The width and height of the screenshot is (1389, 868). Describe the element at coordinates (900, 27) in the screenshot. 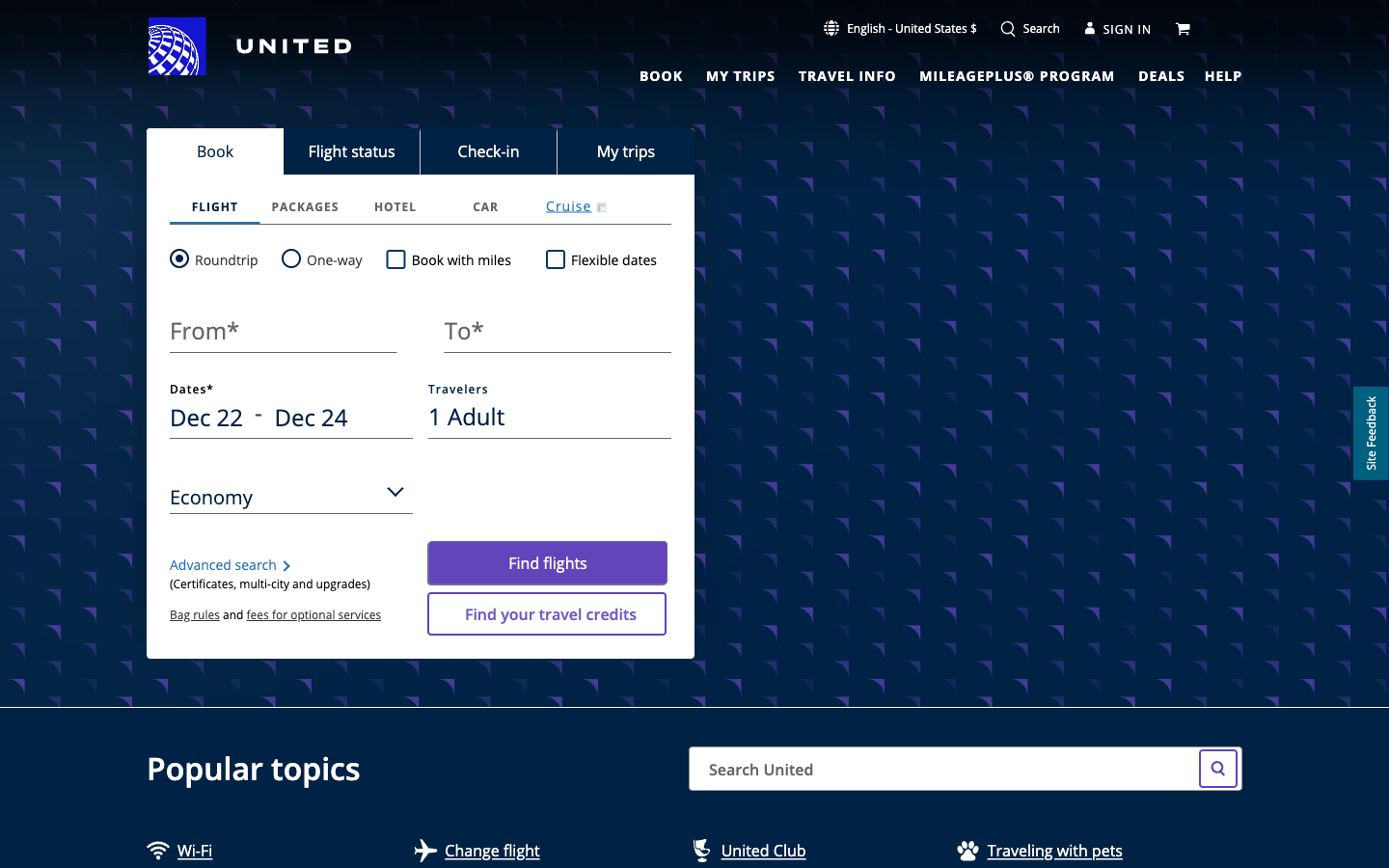

I see `the language bar option` at that location.